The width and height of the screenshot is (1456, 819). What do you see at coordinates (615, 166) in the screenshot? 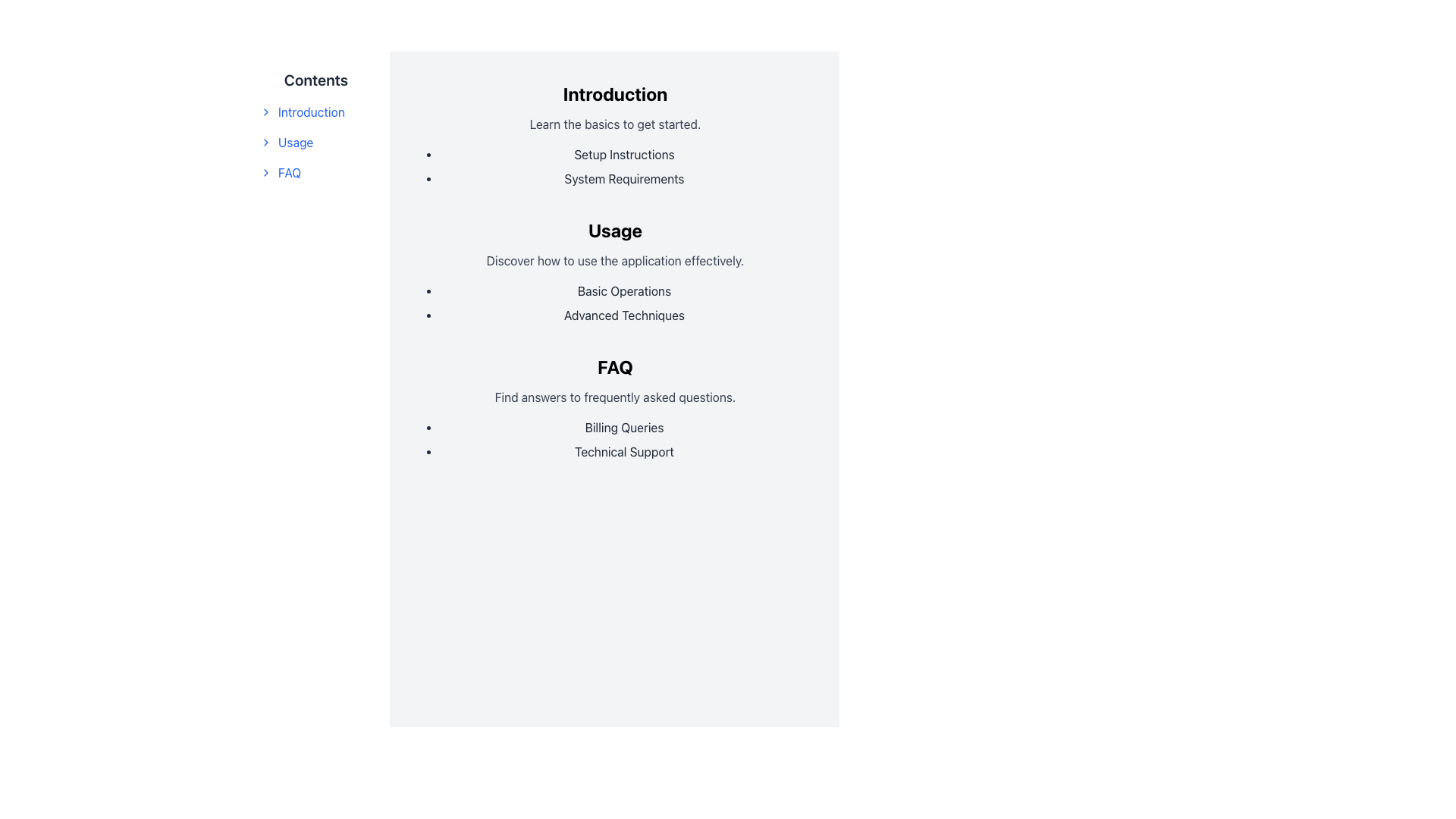
I see `the items in the bullet list located under the 'Introduction' section, below the heading 'Learn the basics to get started.'` at bounding box center [615, 166].